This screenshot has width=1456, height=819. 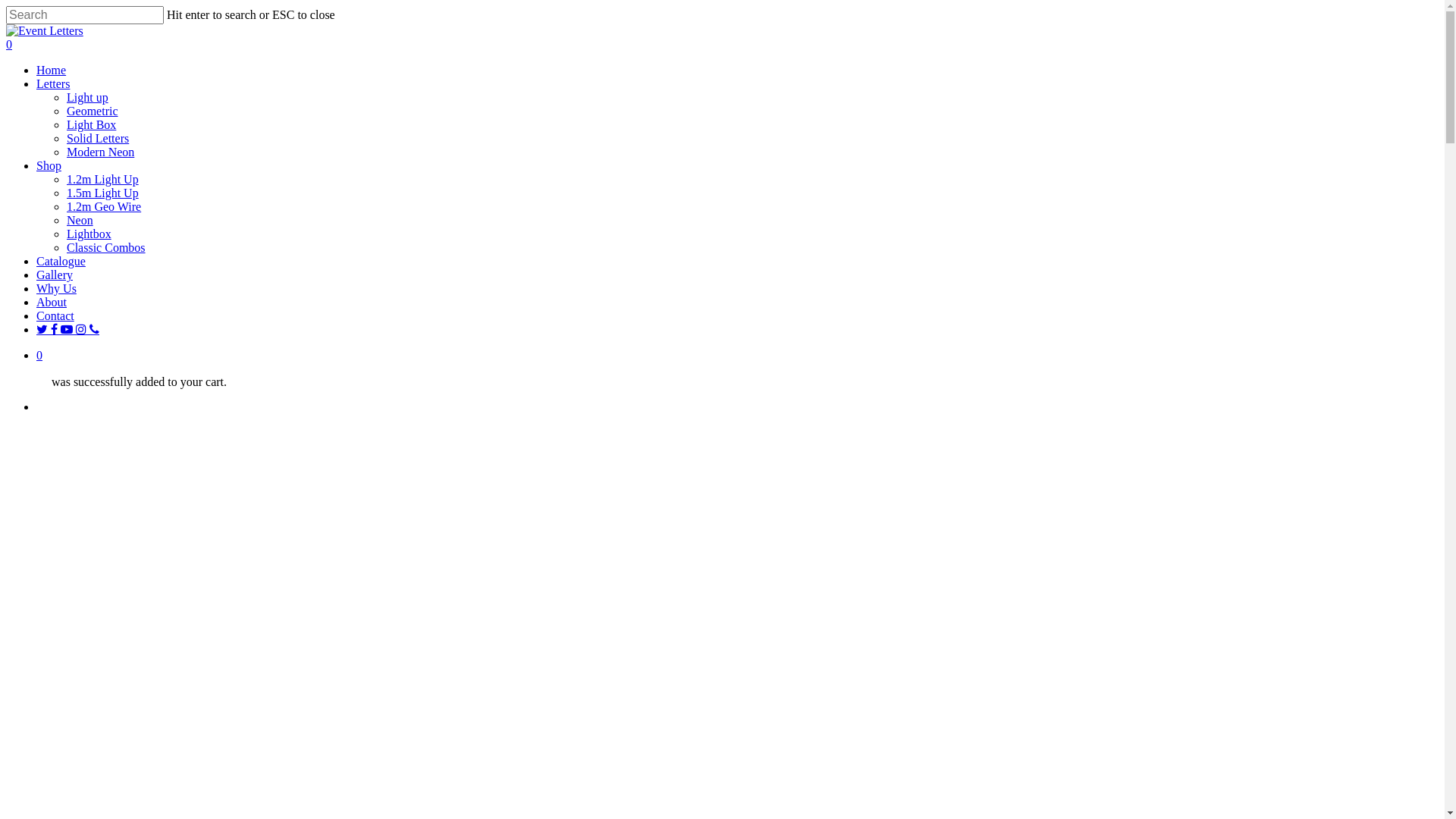 What do you see at coordinates (55, 315) in the screenshot?
I see `'Contact'` at bounding box center [55, 315].